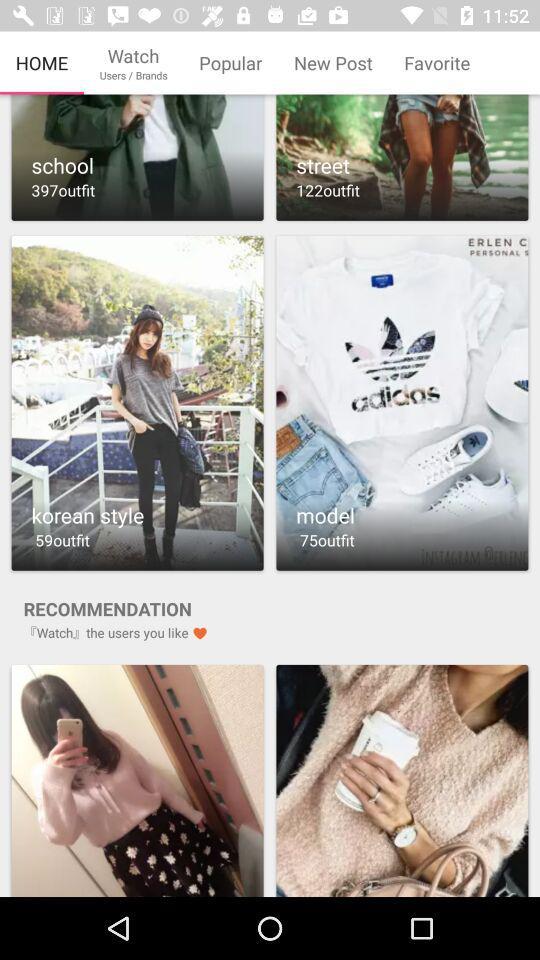 The image size is (540, 960). What do you see at coordinates (136, 777) in the screenshot?
I see `the first image which is under the recommendation` at bounding box center [136, 777].